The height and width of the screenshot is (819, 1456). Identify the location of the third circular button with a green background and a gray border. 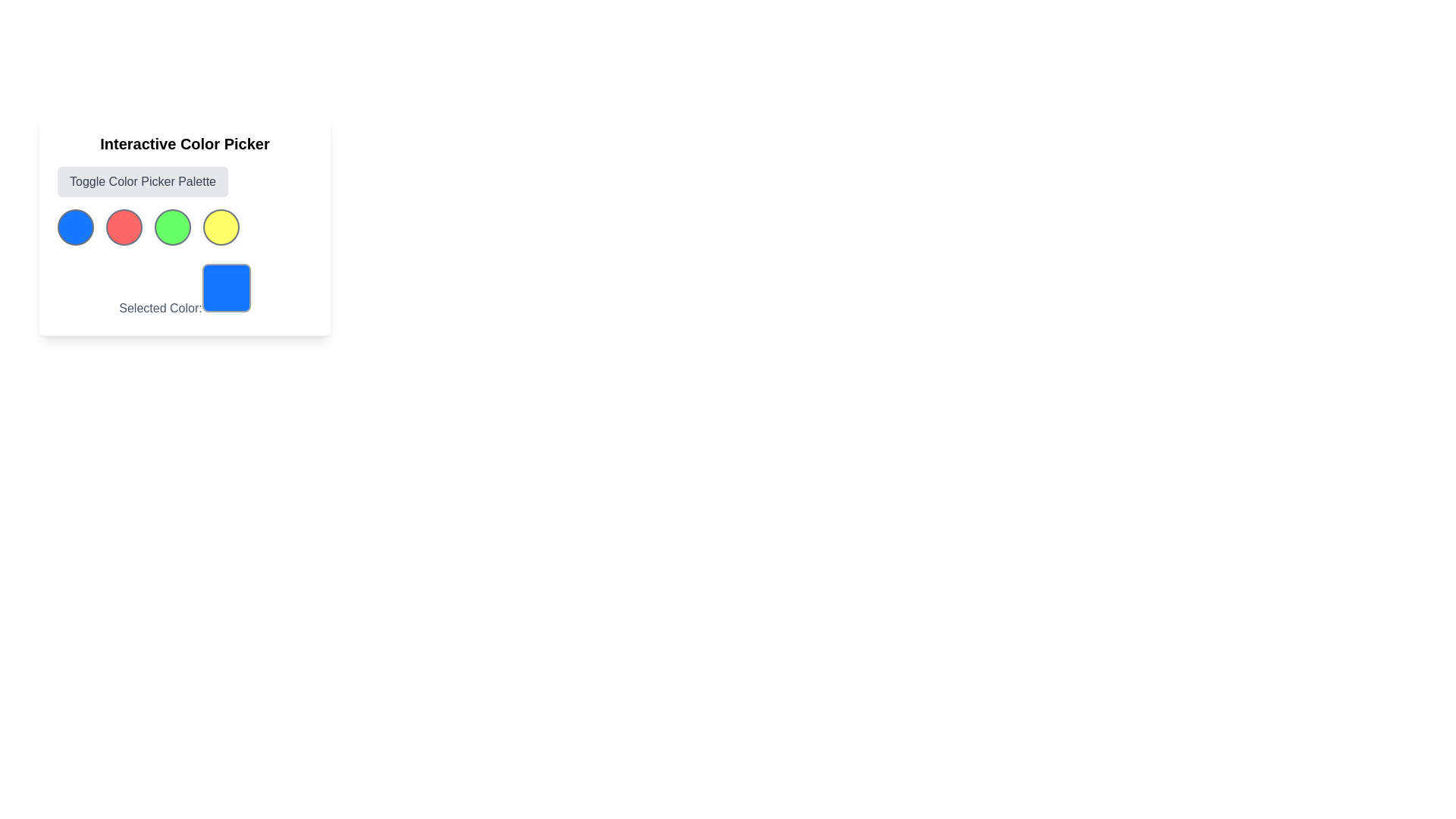
(172, 227).